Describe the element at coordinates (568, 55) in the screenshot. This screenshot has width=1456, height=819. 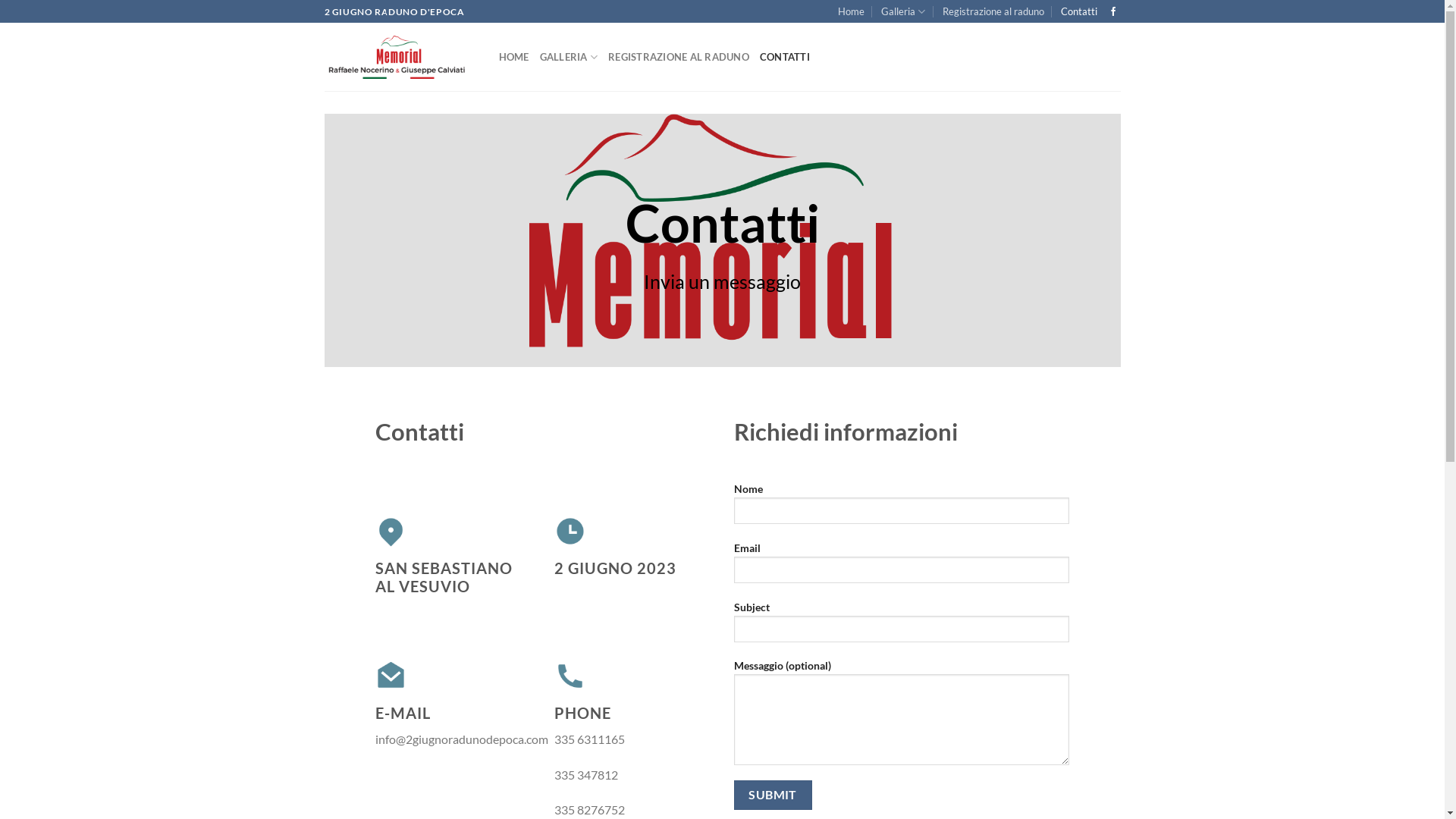
I see `'GALLERIA'` at that location.